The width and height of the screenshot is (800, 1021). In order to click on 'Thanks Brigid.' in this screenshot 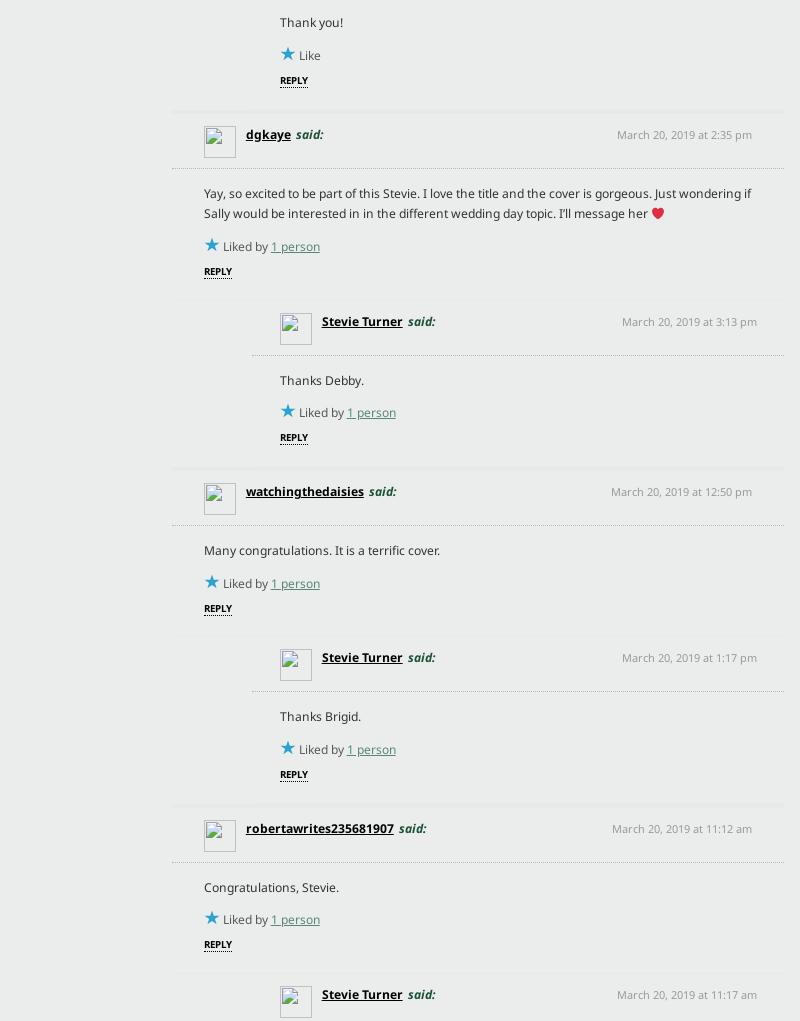, I will do `click(318, 715)`.